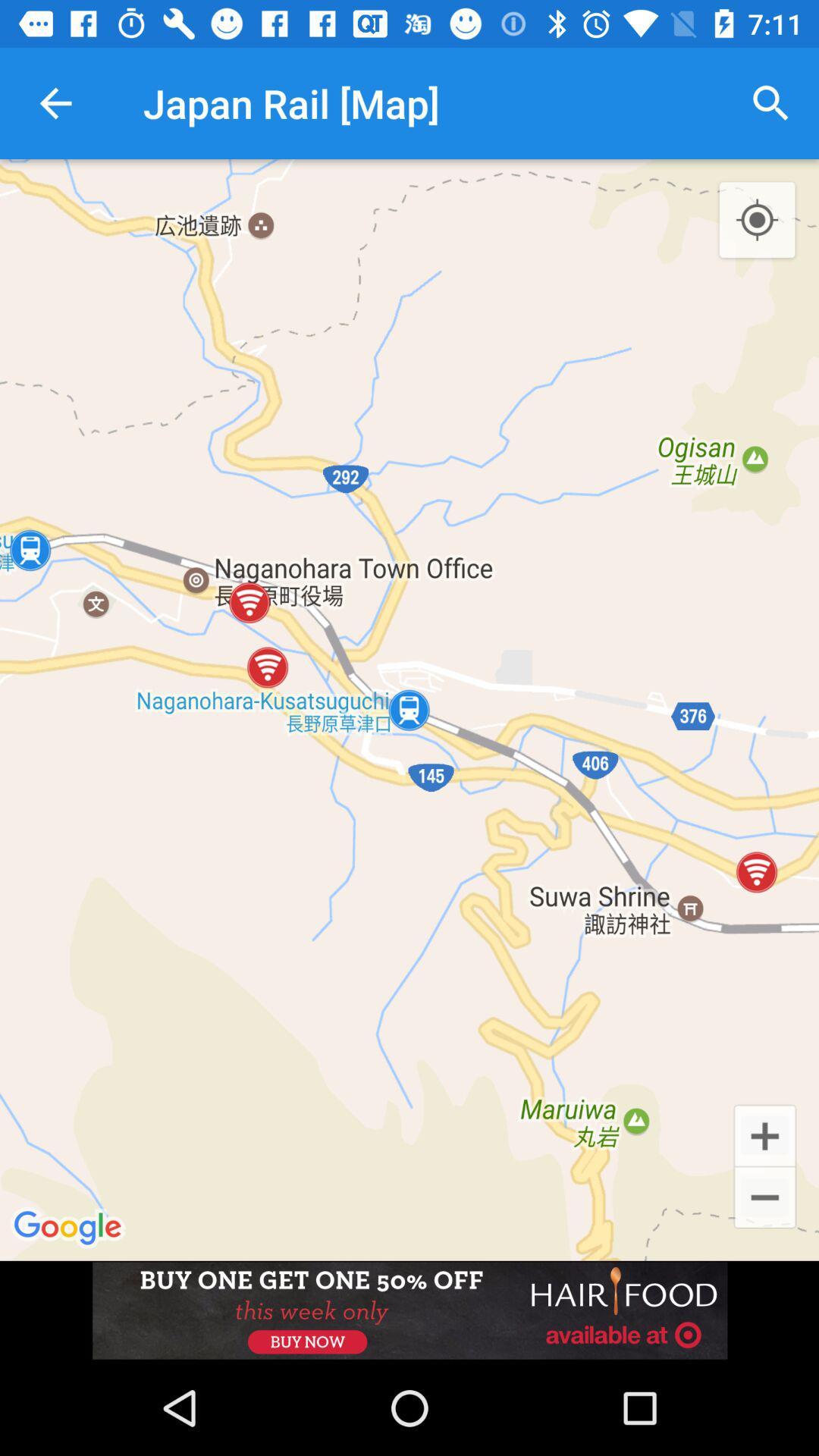  What do you see at coordinates (409, 1310) in the screenshot?
I see `banner add` at bounding box center [409, 1310].